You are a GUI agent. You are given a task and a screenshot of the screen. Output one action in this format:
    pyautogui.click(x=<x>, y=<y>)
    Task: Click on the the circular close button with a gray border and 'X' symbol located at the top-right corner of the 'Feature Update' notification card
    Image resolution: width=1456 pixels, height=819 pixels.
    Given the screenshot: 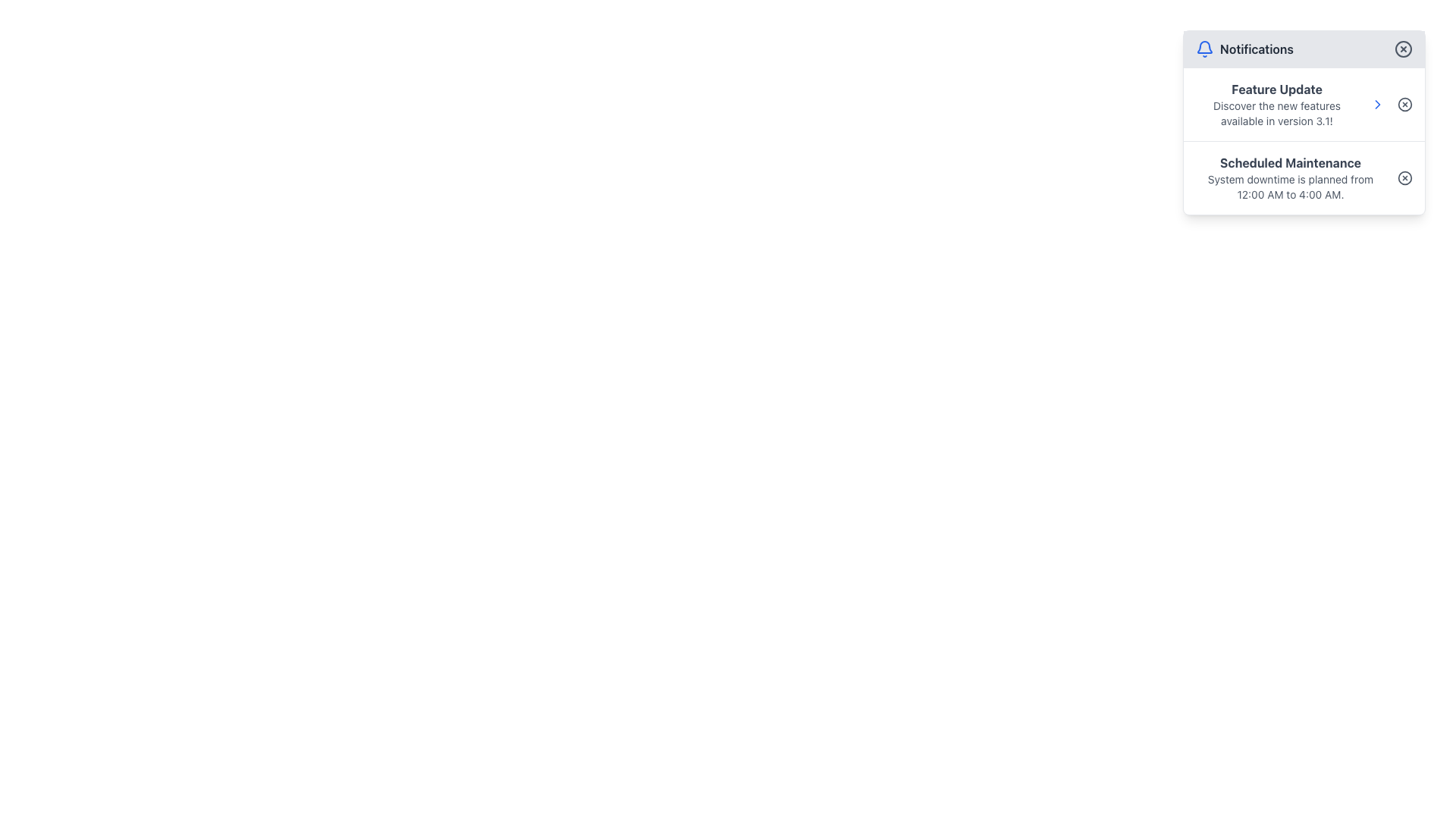 What is the action you would take?
    pyautogui.click(x=1404, y=104)
    